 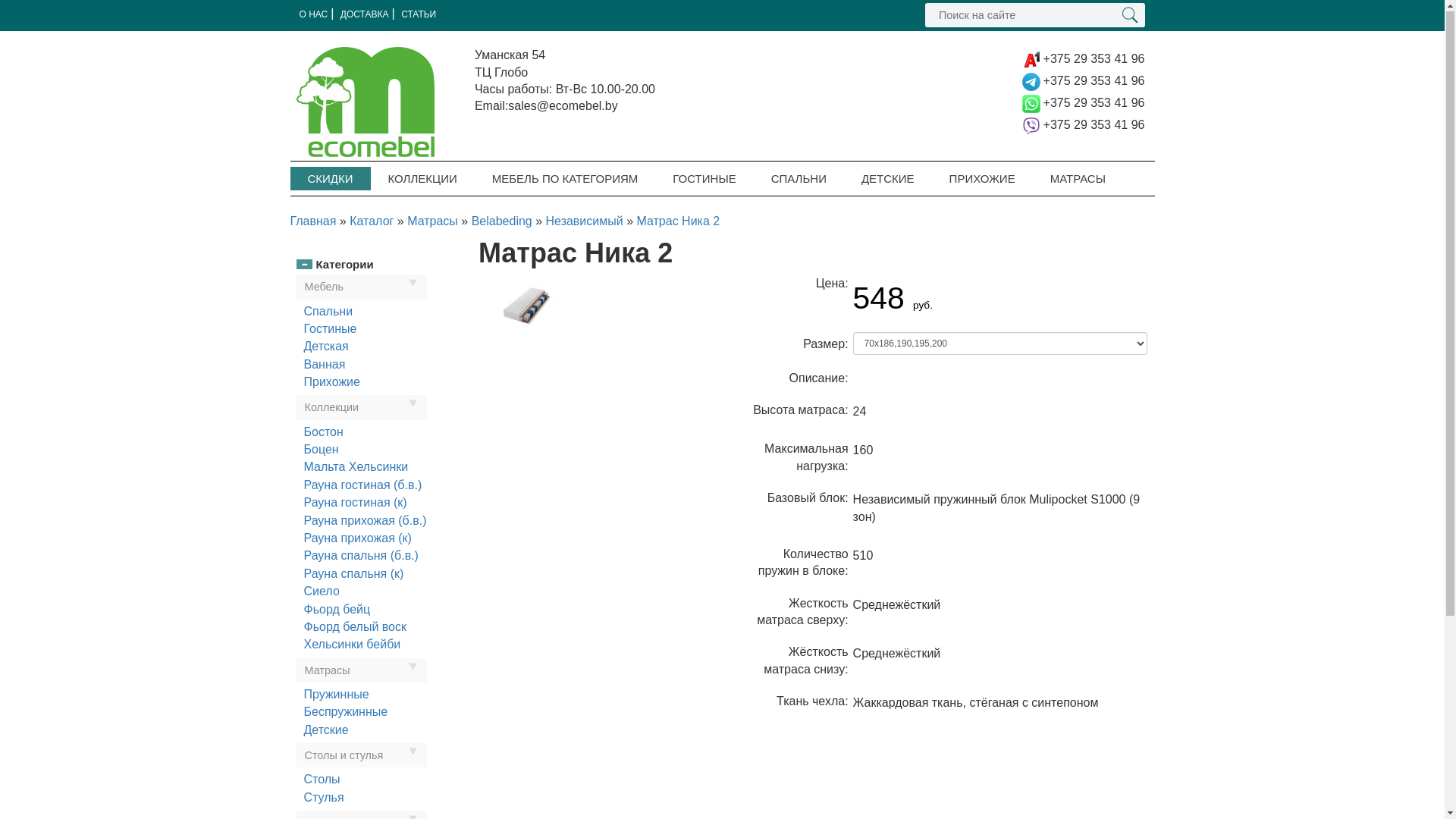 What do you see at coordinates (502, 221) in the screenshot?
I see `'Belabeding'` at bounding box center [502, 221].